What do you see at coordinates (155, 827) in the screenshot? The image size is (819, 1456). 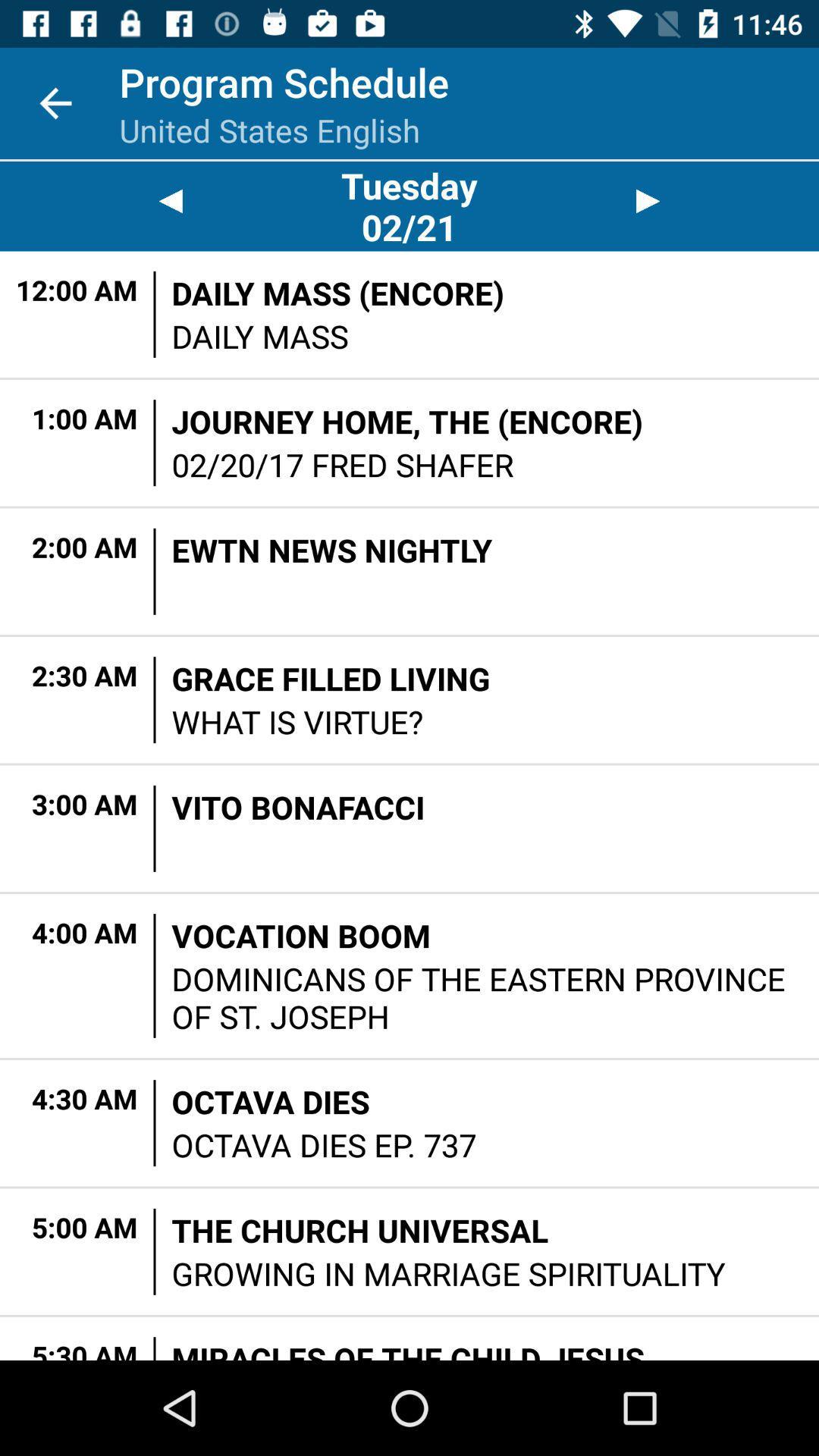 I see `item to the left of vito bonafacci item` at bounding box center [155, 827].